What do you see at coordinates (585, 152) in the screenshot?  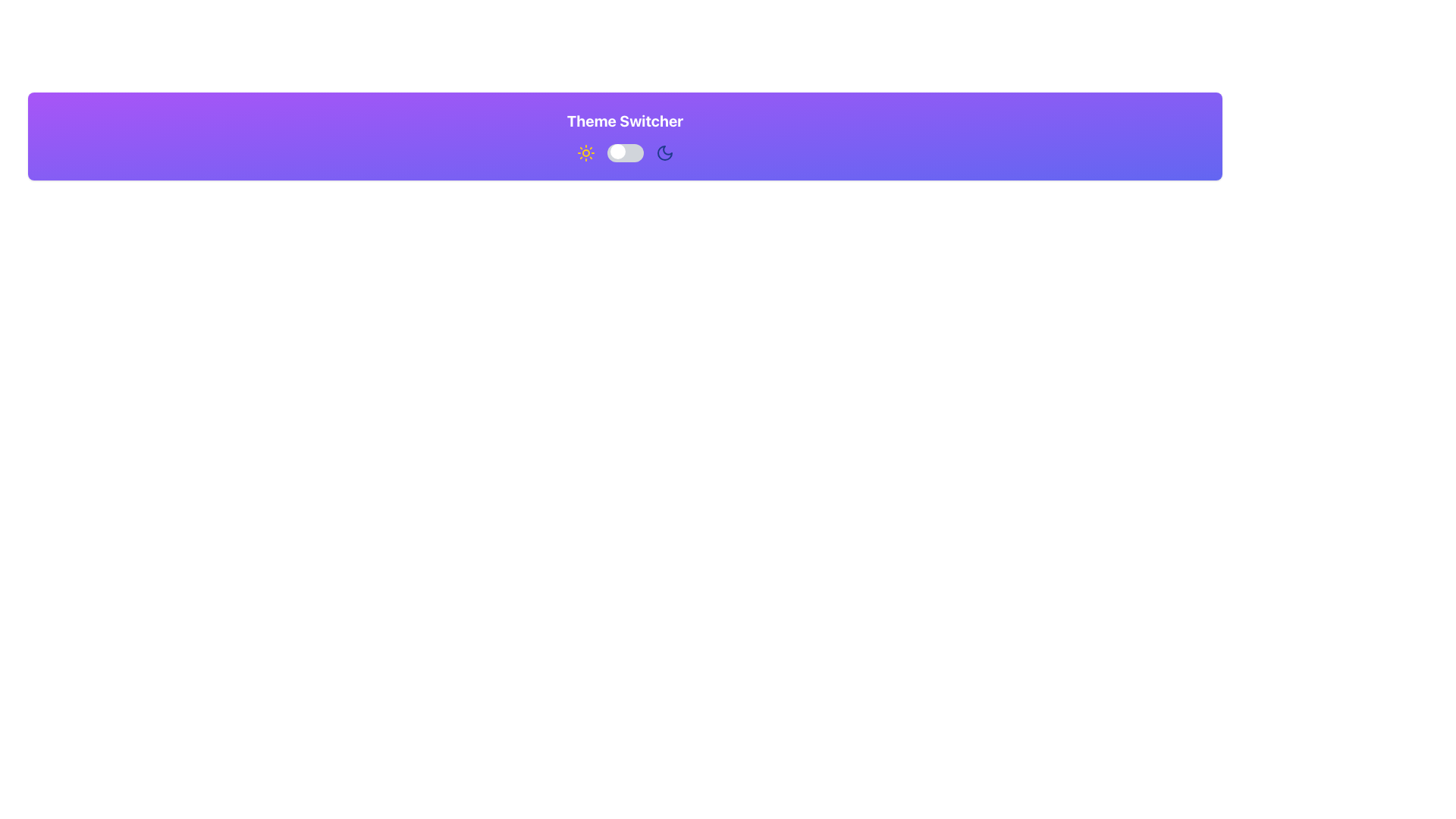 I see `the light mode icon in the theme switcher interface` at bounding box center [585, 152].